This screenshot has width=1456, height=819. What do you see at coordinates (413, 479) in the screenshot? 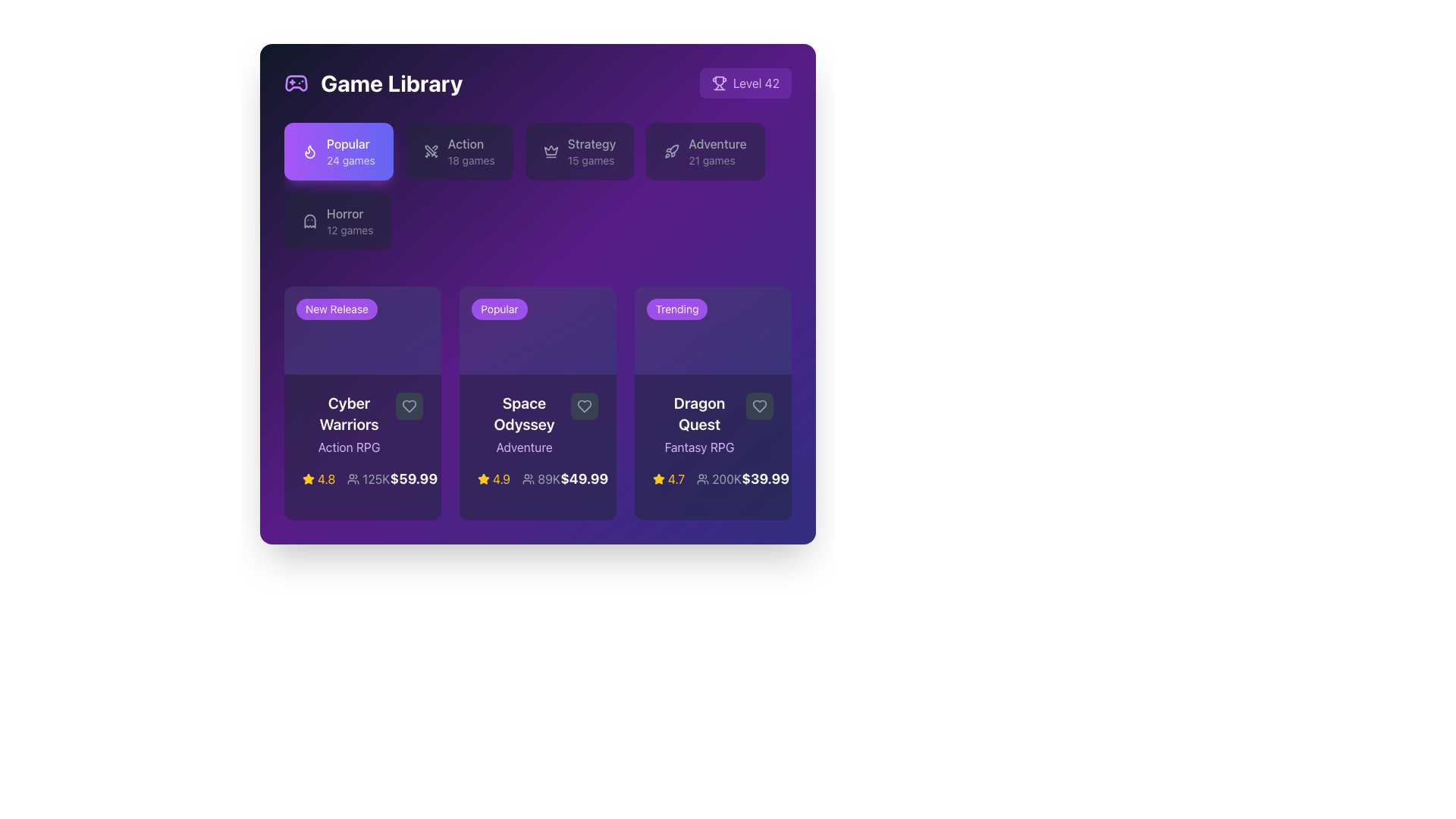
I see `the bold text label displaying the price '$59.99' located on the first card in the second section, below the 'Cyber Warriors' title` at bounding box center [413, 479].